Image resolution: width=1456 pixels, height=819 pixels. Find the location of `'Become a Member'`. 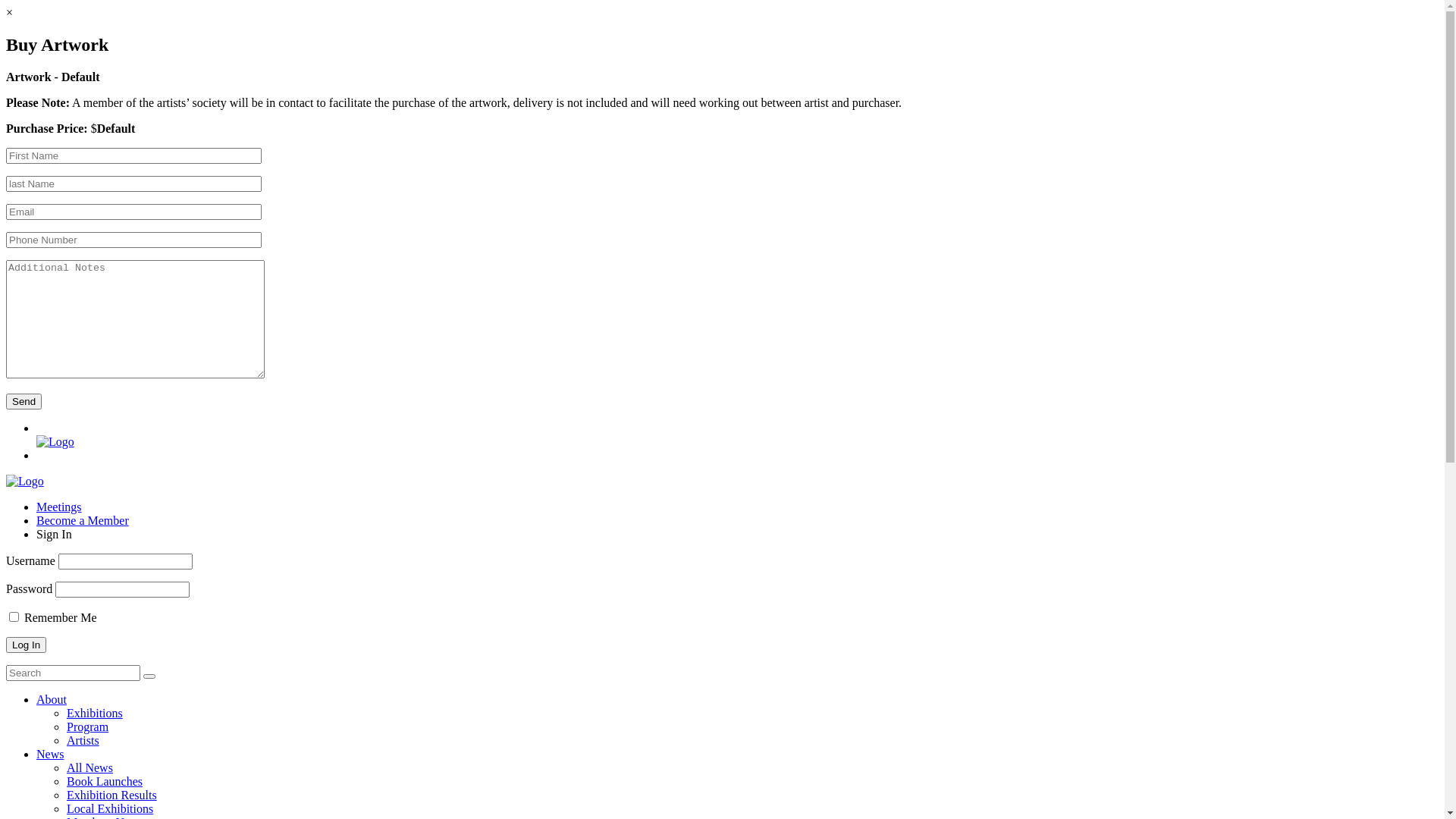

'Become a Member' is located at coordinates (82, 519).